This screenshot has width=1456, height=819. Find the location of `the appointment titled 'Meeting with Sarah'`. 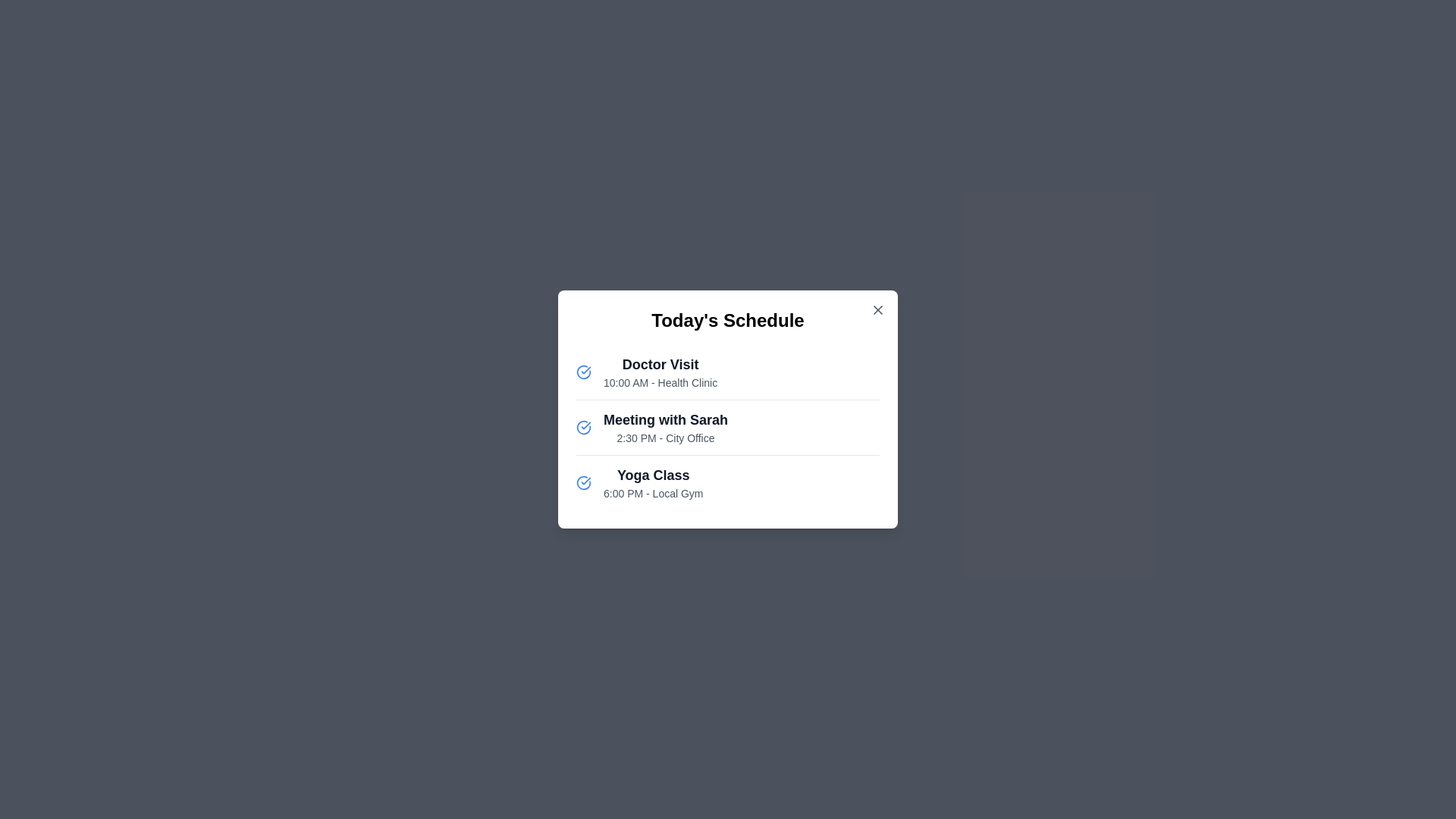

the appointment titled 'Meeting with Sarah' is located at coordinates (666, 427).